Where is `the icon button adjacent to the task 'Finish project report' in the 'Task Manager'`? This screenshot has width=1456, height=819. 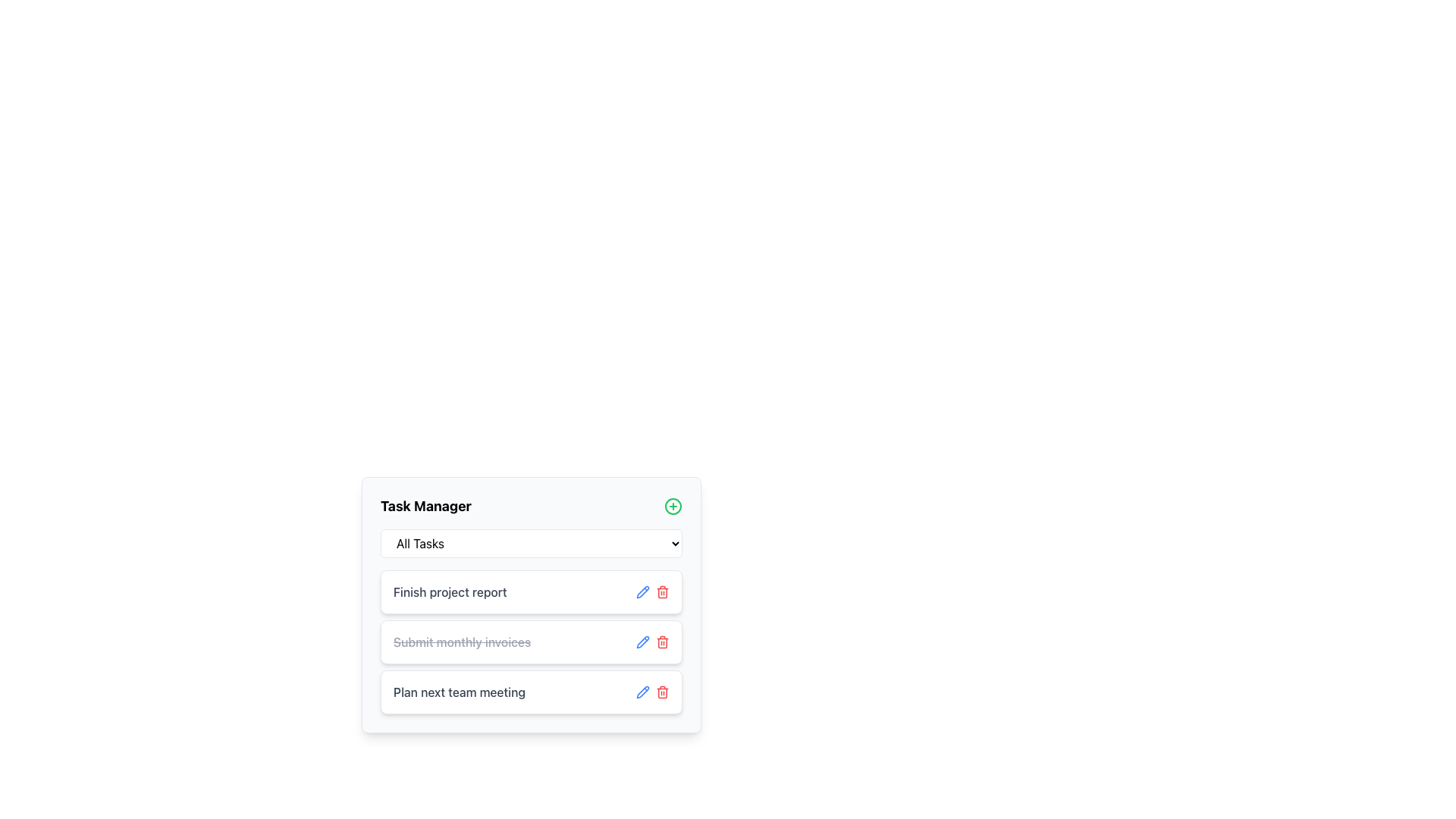
the icon button adjacent to the task 'Finish project report' in the 'Task Manager' is located at coordinates (643, 591).